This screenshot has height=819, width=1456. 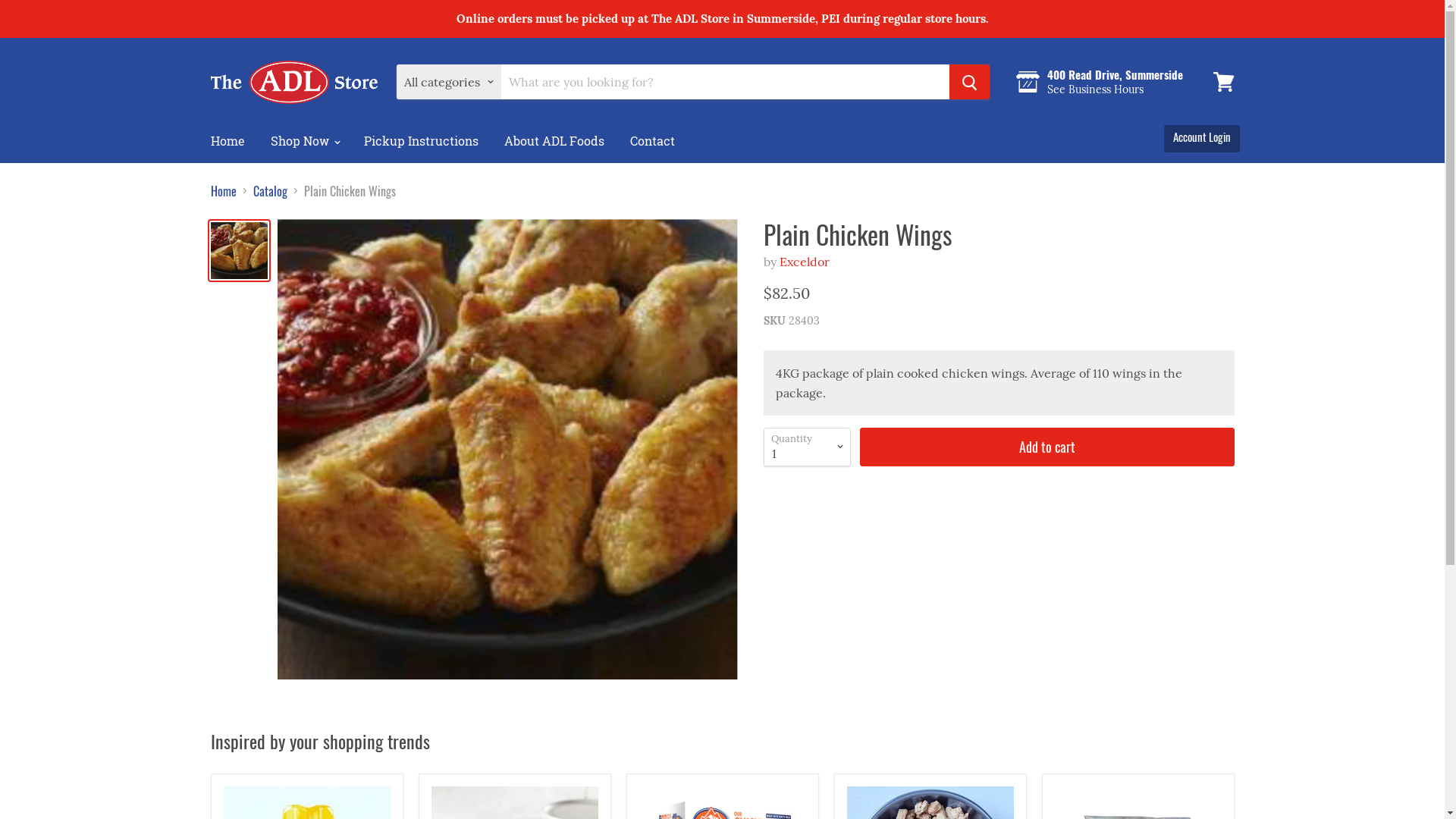 I want to click on 'View cart', so click(x=1204, y=82).